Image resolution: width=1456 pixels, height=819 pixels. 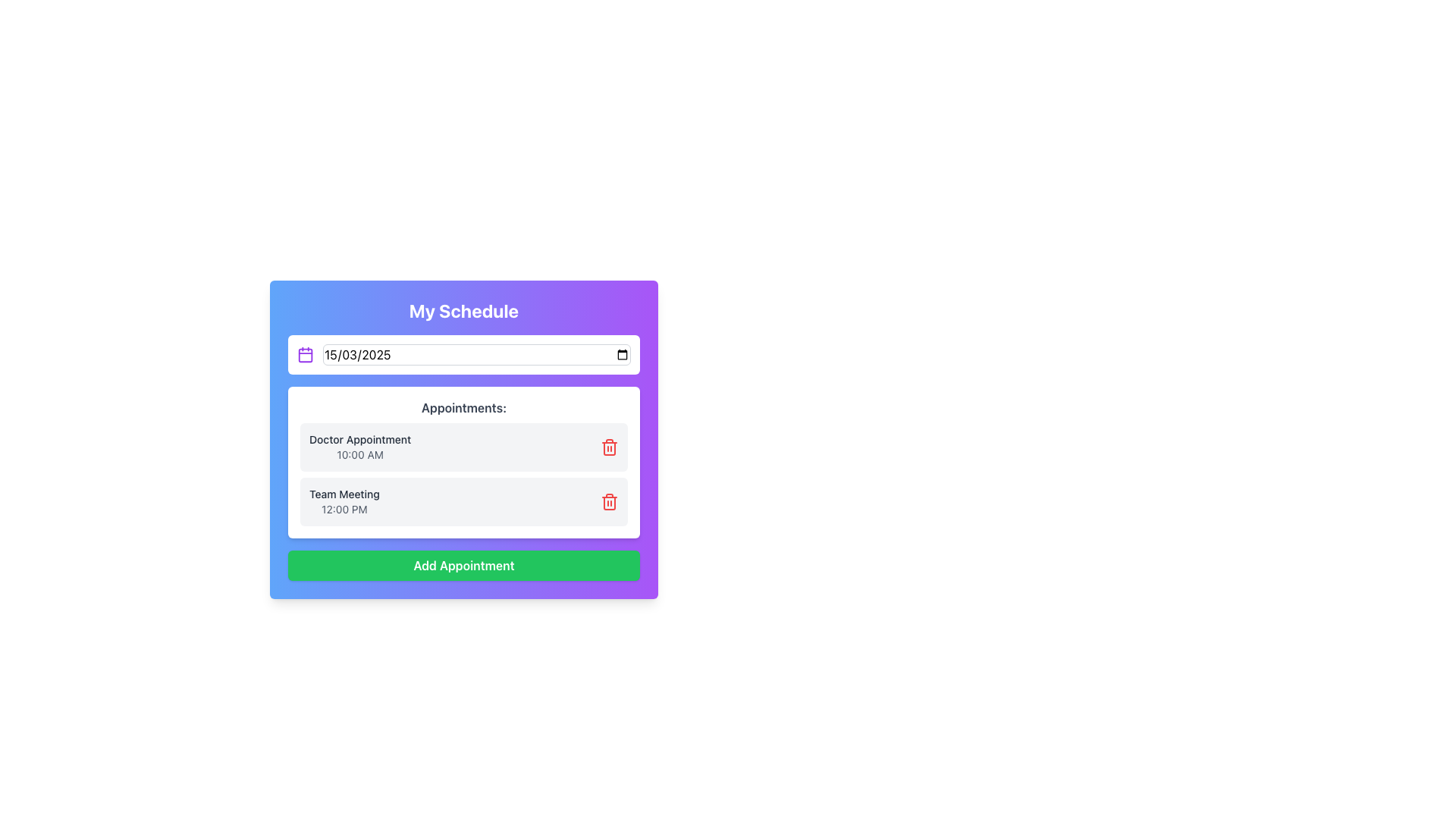 I want to click on the text label displaying the appointment title located in the 'Appointments' section, above the time label '10:00 AM', so click(x=359, y=439).